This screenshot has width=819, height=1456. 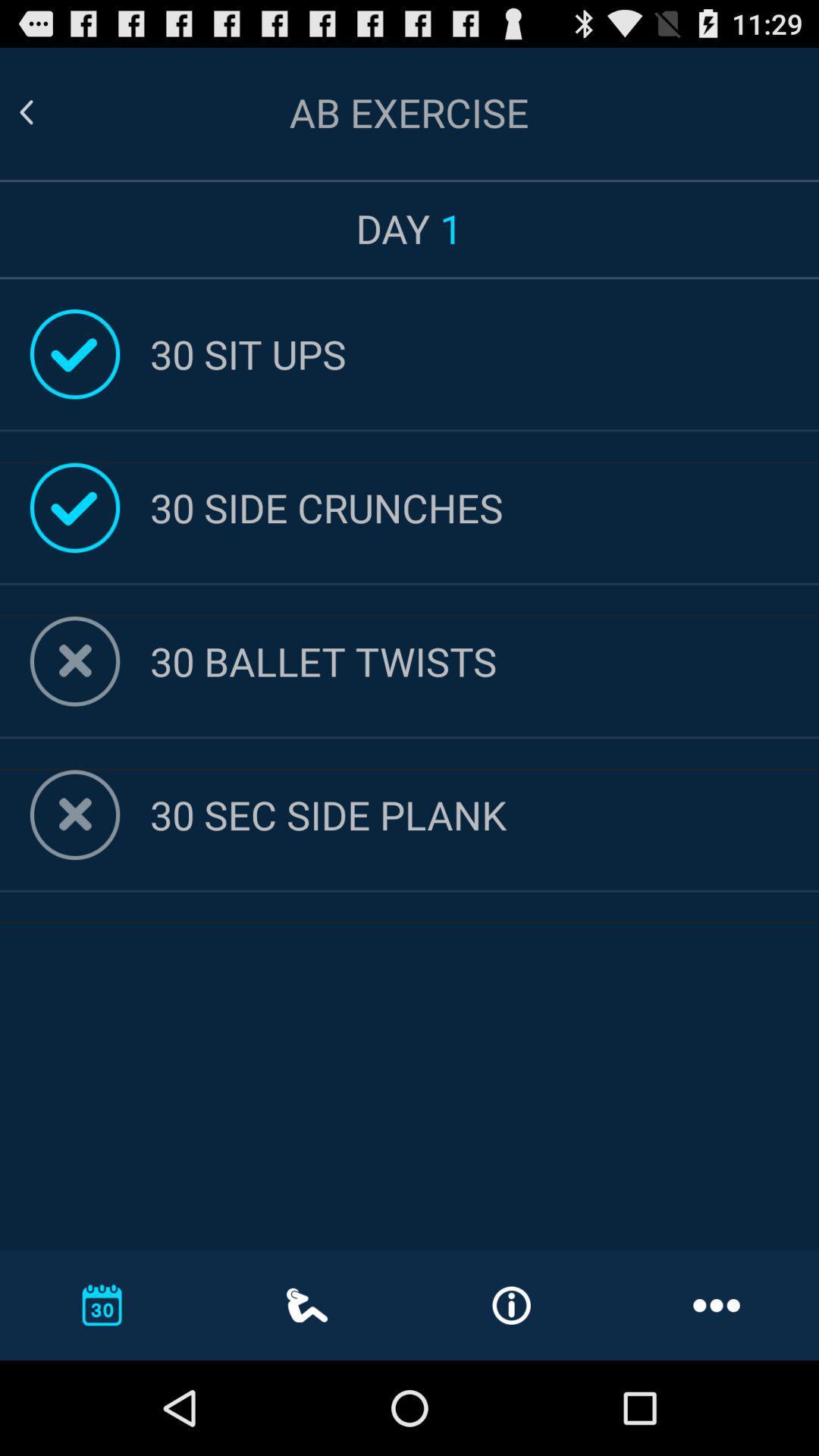 What do you see at coordinates (485, 661) in the screenshot?
I see `30 ballet twists` at bounding box center [485, 661].